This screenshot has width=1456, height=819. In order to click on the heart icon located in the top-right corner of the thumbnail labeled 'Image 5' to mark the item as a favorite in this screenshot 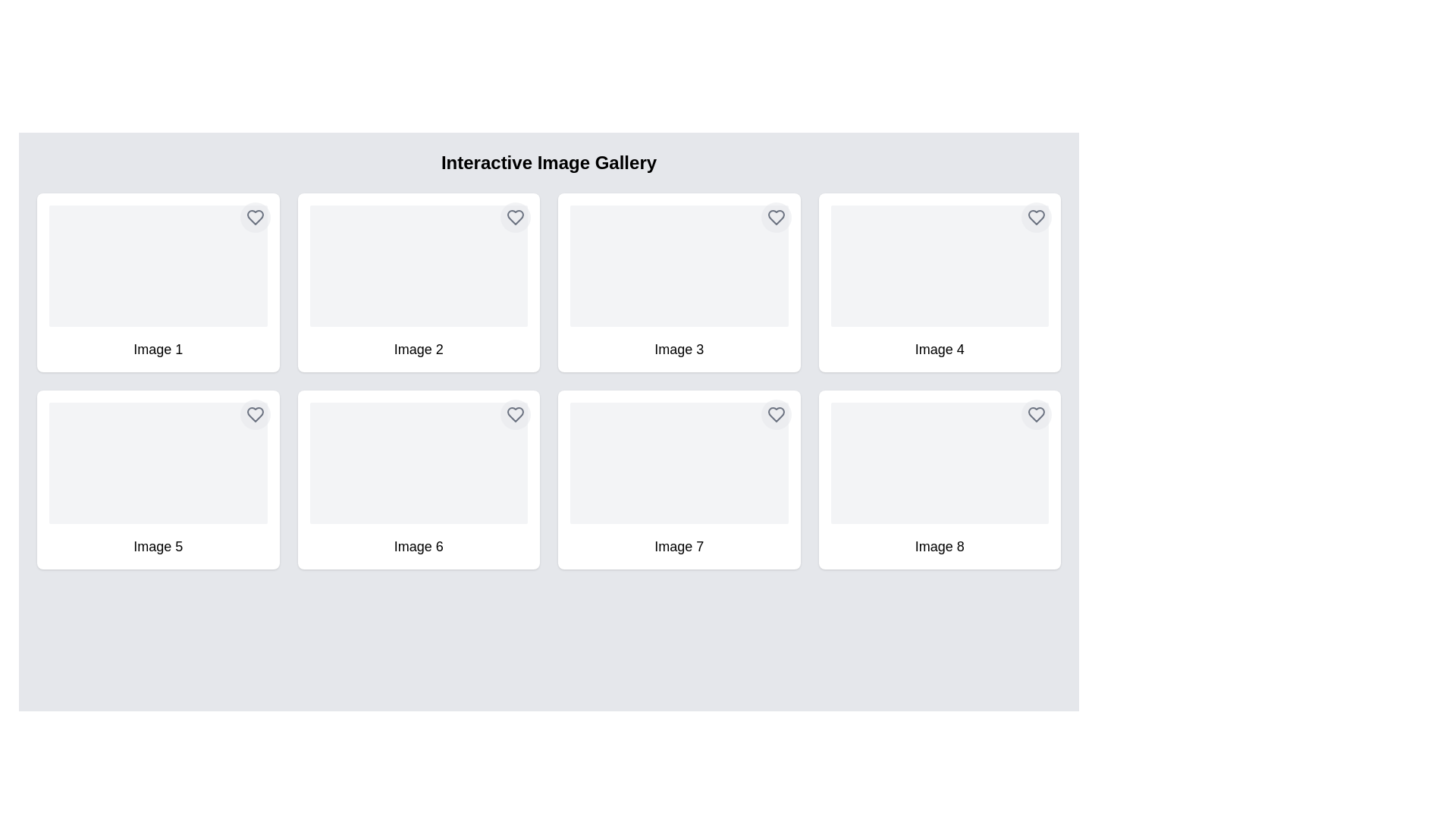, I will do `click(255, 415)`.